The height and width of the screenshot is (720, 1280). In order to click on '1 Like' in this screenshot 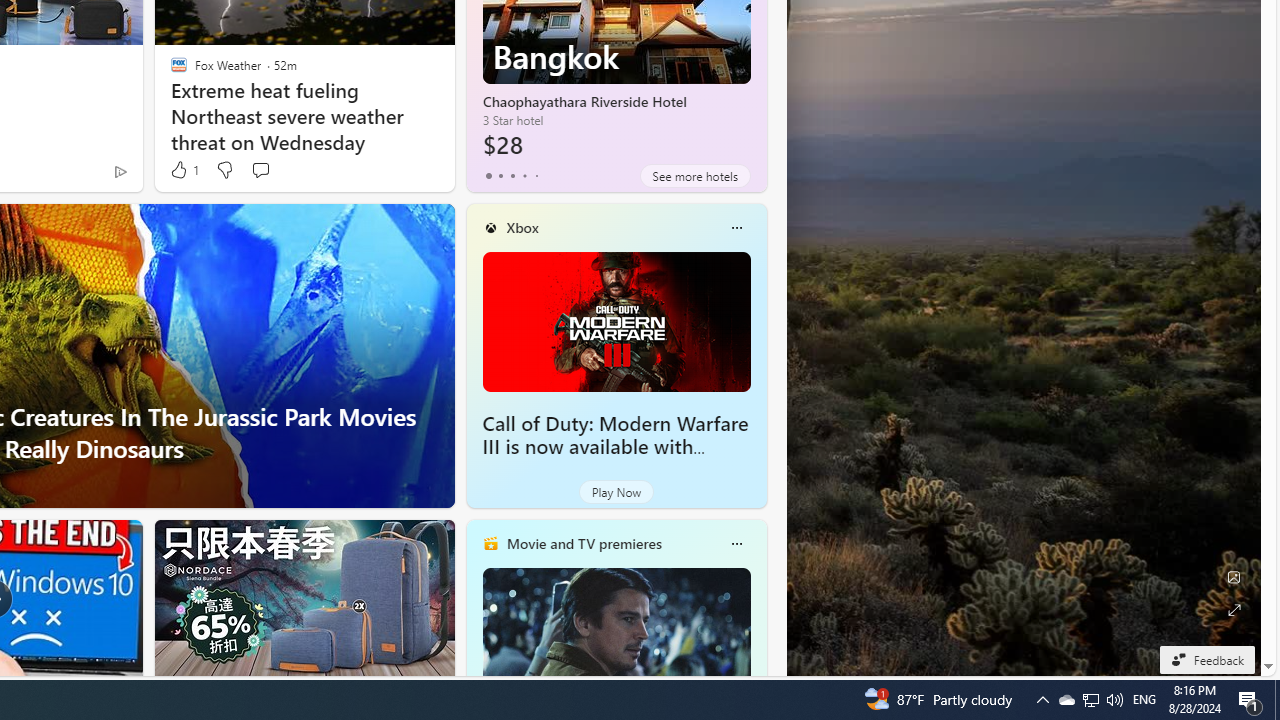, I will do `click(183, 169)`.